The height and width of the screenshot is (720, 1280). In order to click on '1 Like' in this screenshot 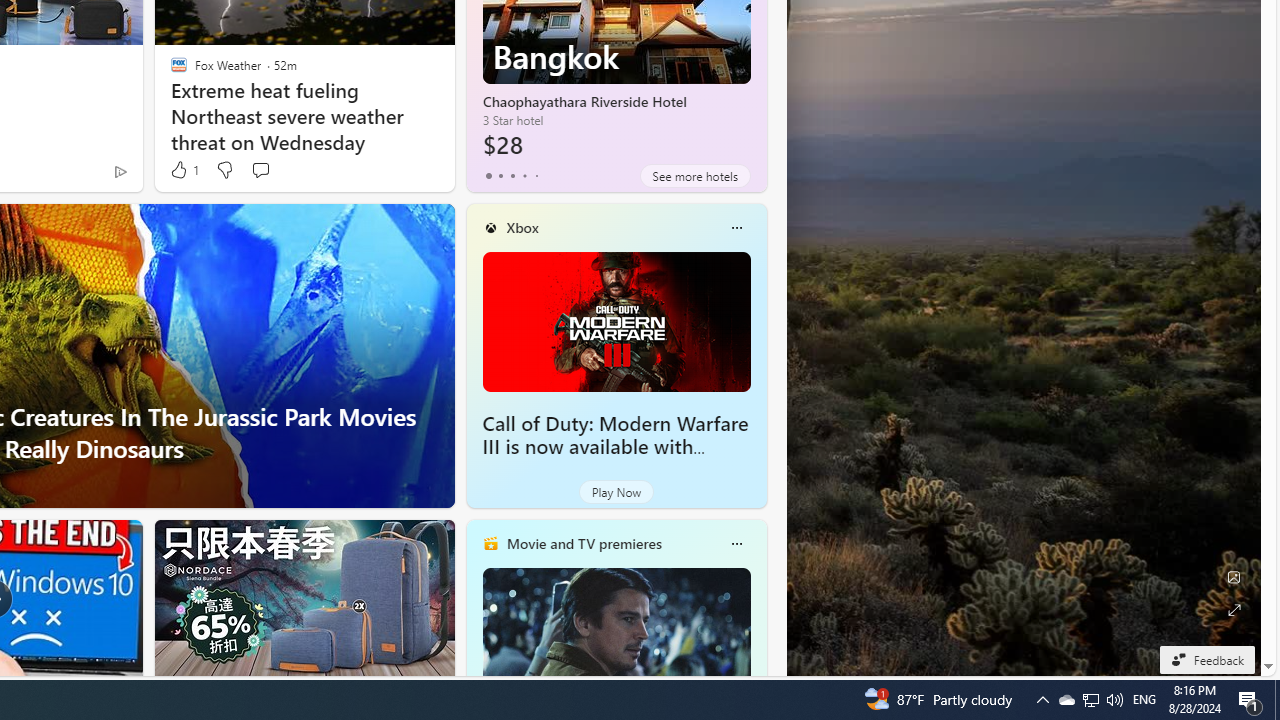, I will do `click(183, 169)`.